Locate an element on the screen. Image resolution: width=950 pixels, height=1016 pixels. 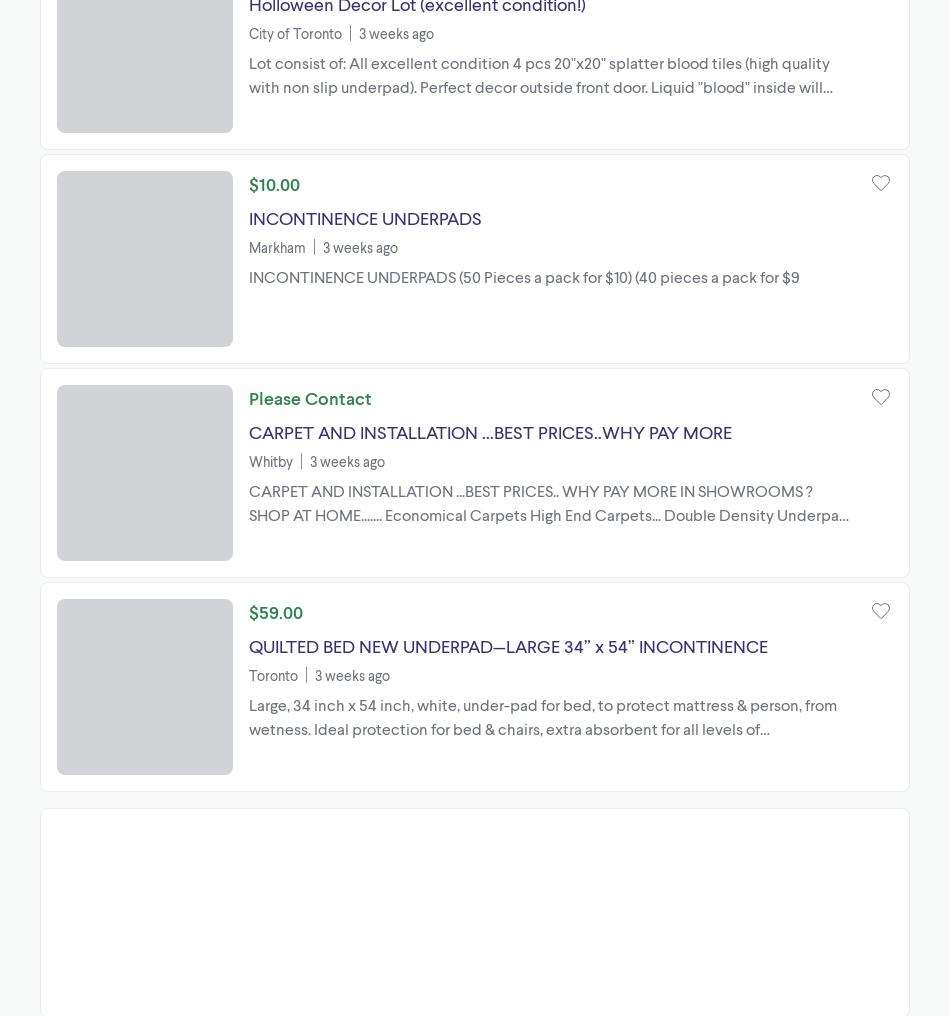
'City of Toronto' is located at coordinates (294, 31).